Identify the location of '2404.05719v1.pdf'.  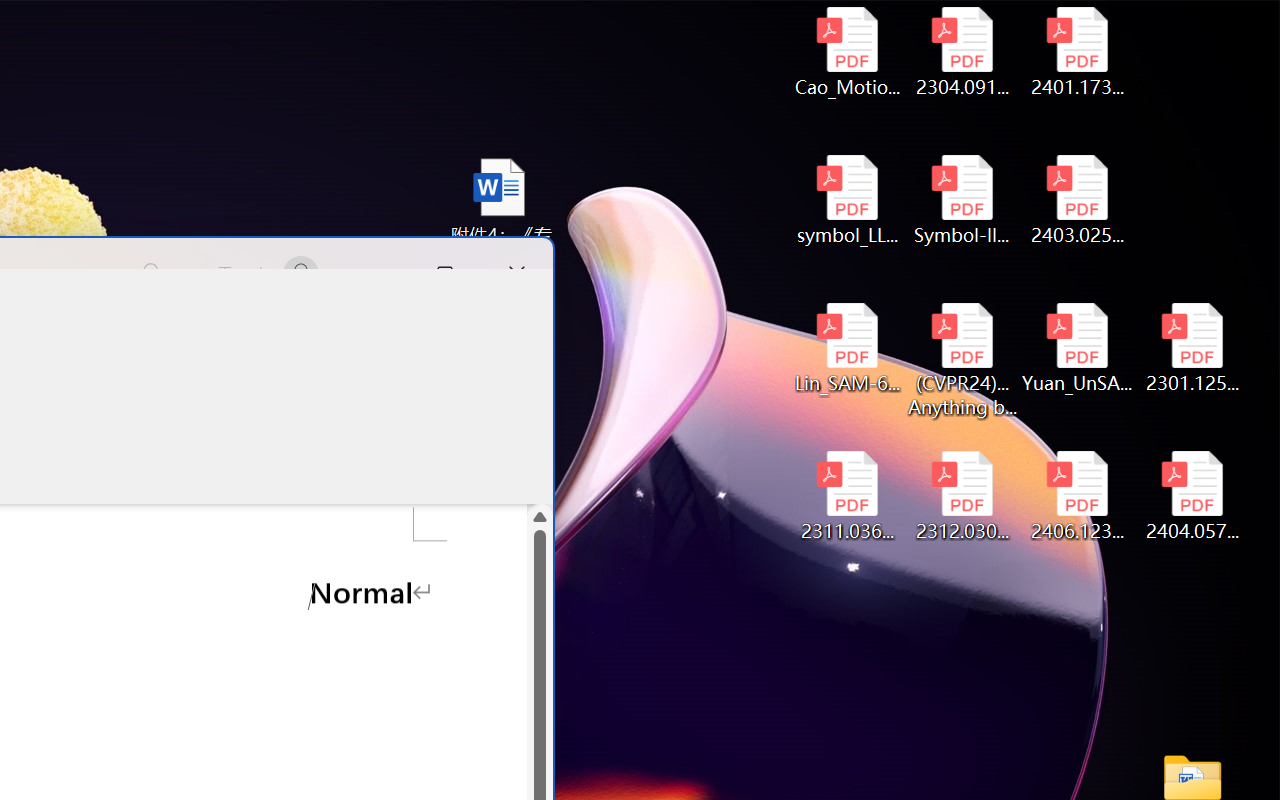
(1192, 496).